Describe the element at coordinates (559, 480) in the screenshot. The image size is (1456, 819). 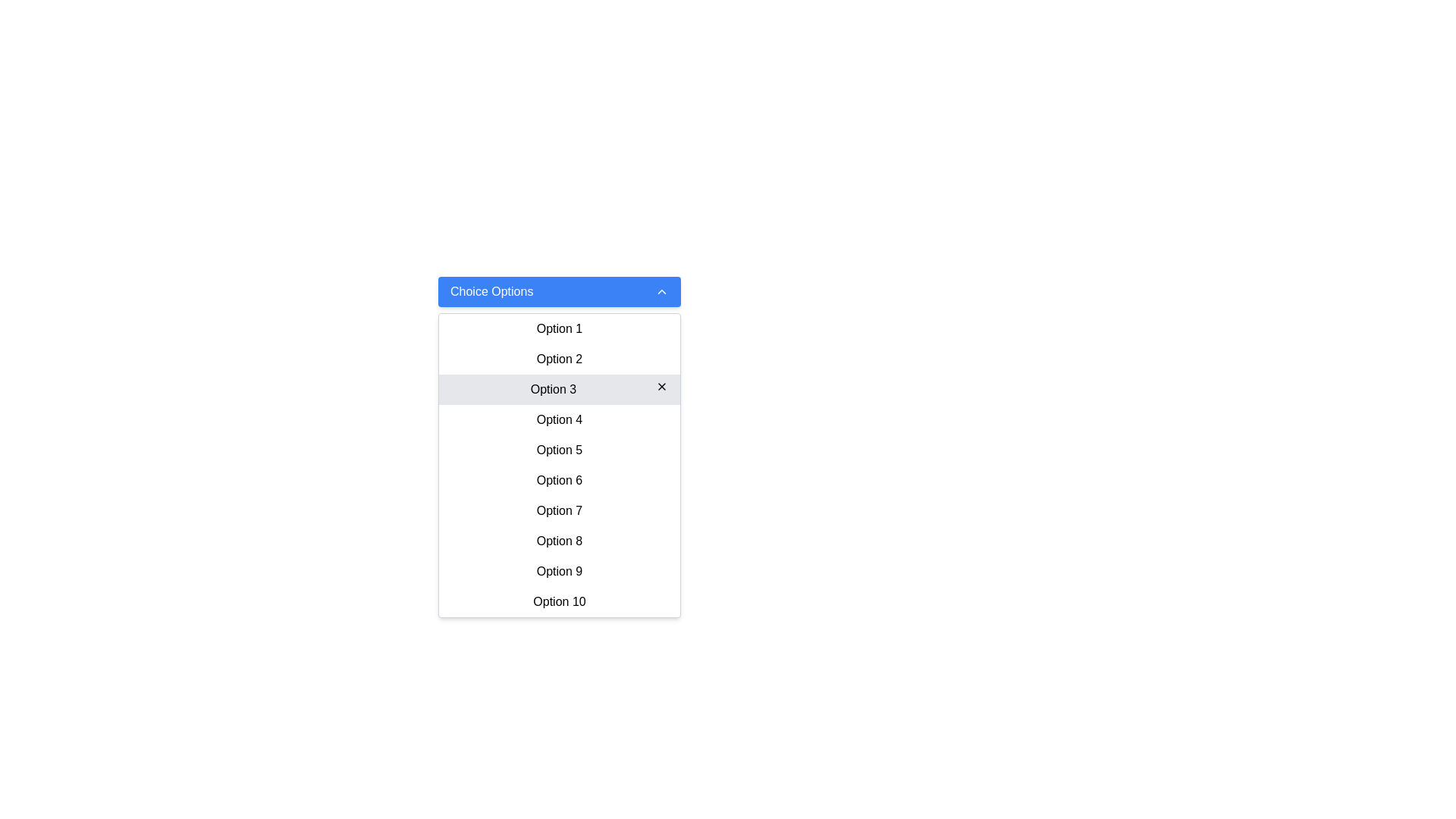
I see `the sixth option in the dropdown menu` at that location.